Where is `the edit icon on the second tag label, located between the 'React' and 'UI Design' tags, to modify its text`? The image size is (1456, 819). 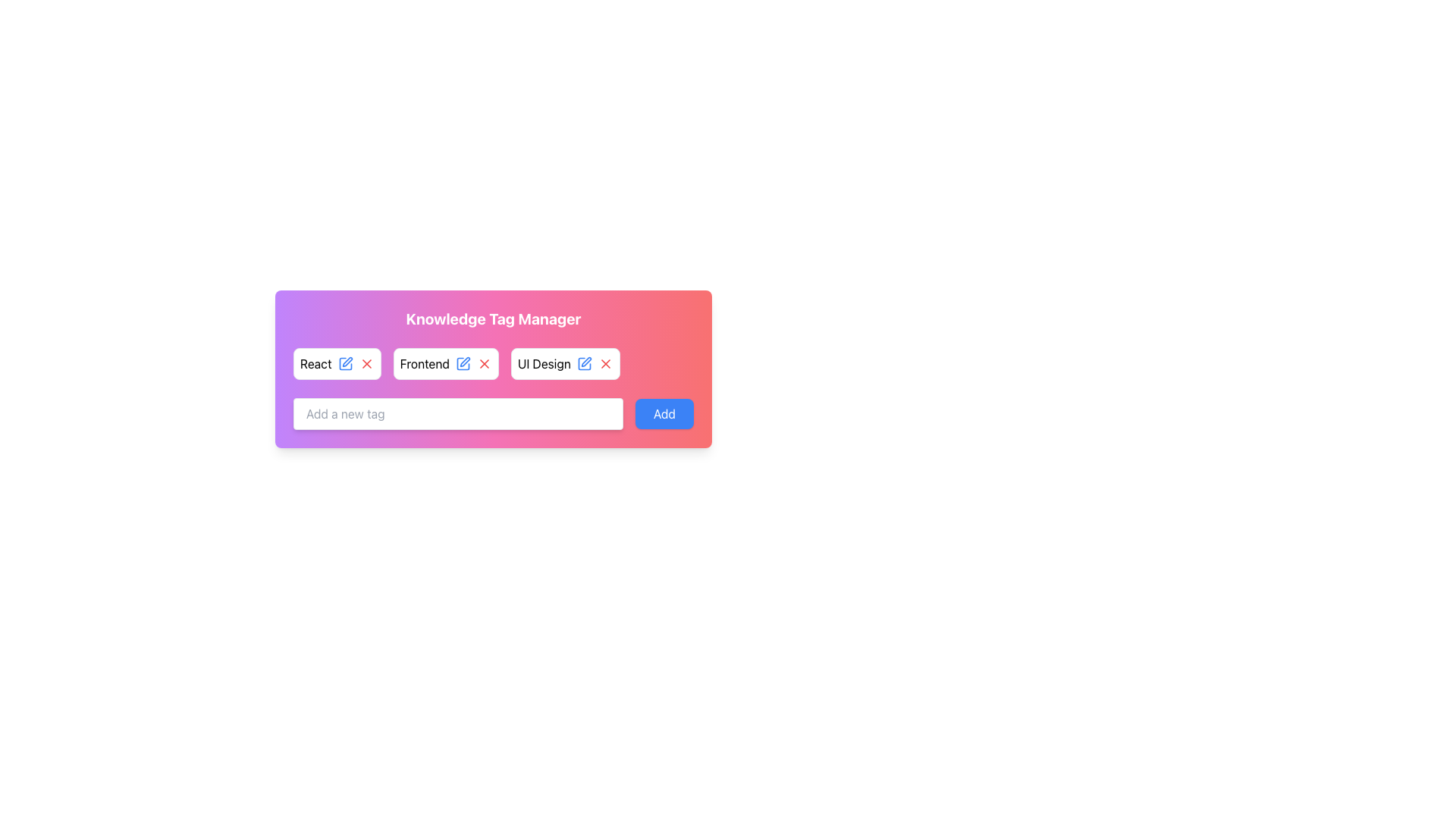
the edit icon on the second tag label, located between the 'React' and 'UI Design' tags, to modify its text is located at coordinates (445, 363).